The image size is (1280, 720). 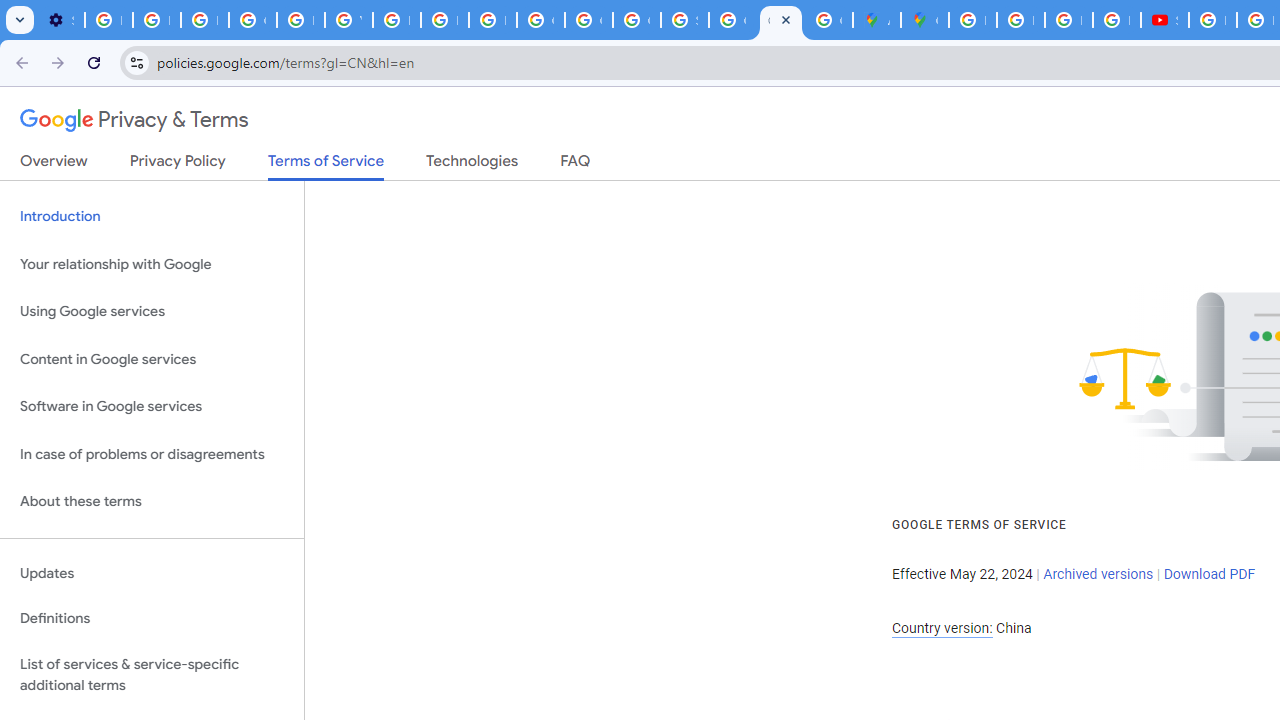 What do you see at coordinates (941, 627) in the screenshot?
I see `'Country version:'` at bounding box center [941, 627].